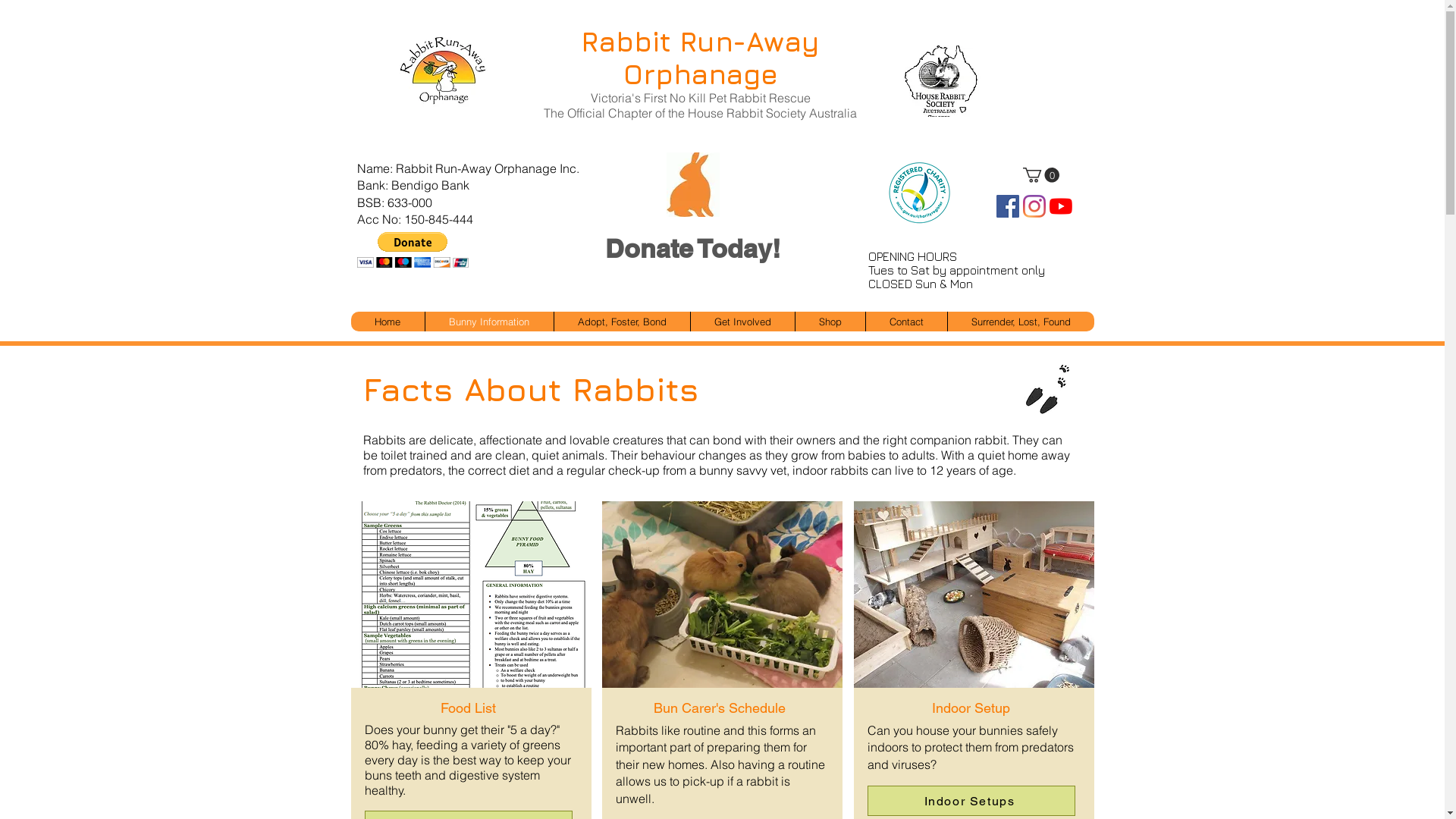 The image size is (1456, 819). What do you see at coordinates (622, 321) in the screenshot?
I see `'Adopt, Foster, Bond'` at bounding box center [622, 321].